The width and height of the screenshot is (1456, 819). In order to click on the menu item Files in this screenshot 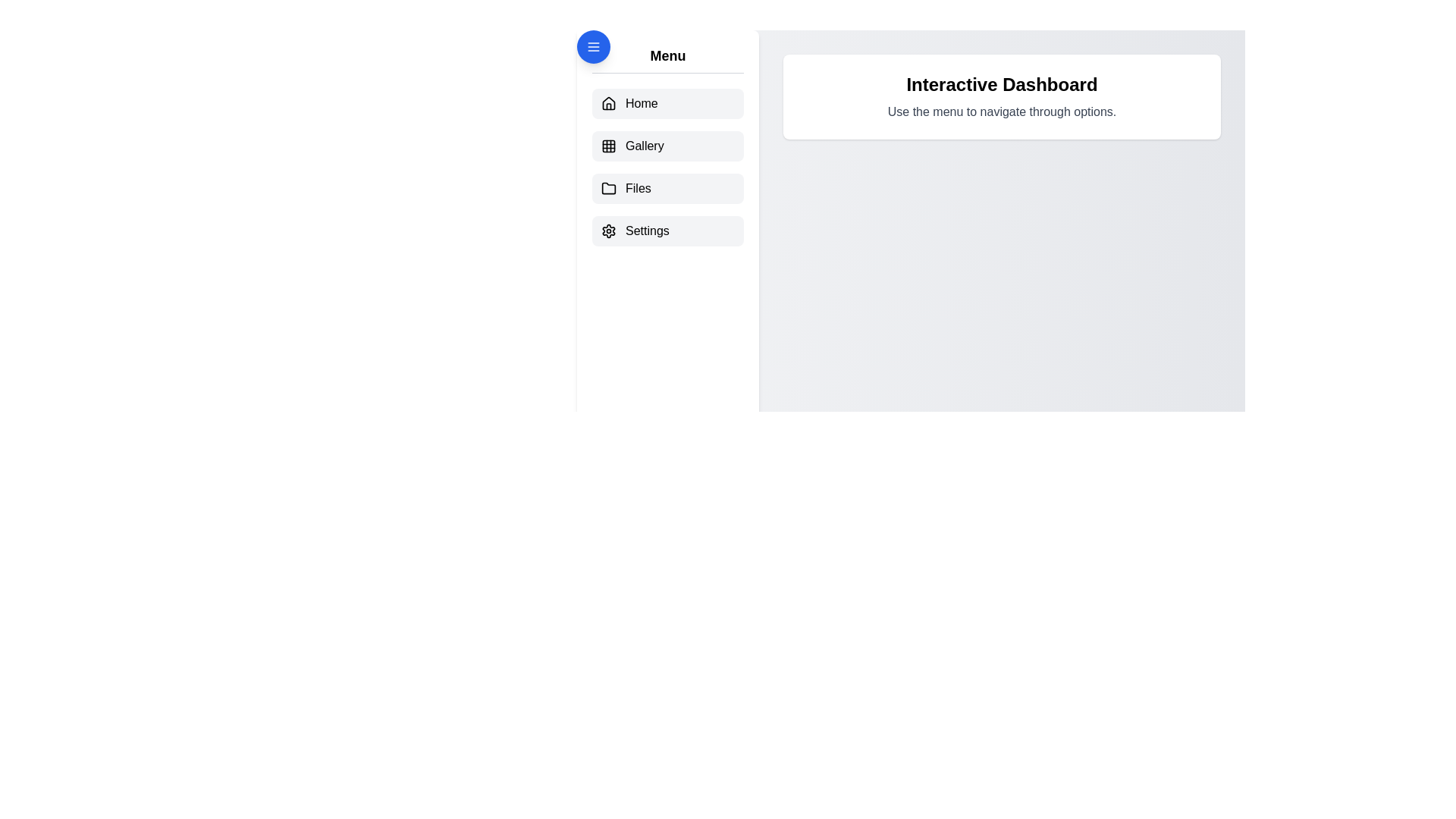, I will do `click(667, 188)`.